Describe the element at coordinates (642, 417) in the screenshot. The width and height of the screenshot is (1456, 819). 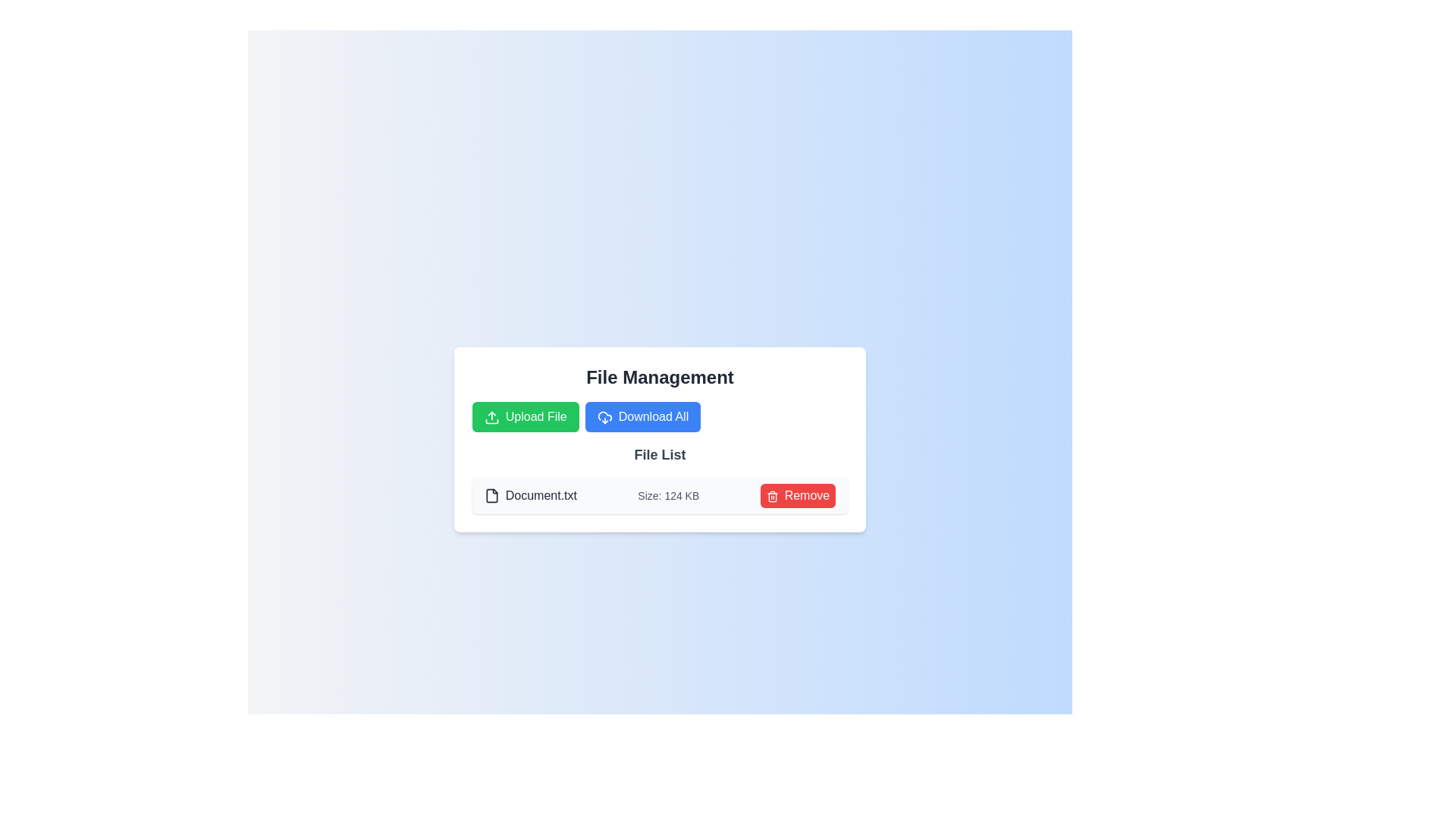
I see `the download button, which is located directly to the right of the 'Upload File' button in the File Management panel, to change its color` at that location.